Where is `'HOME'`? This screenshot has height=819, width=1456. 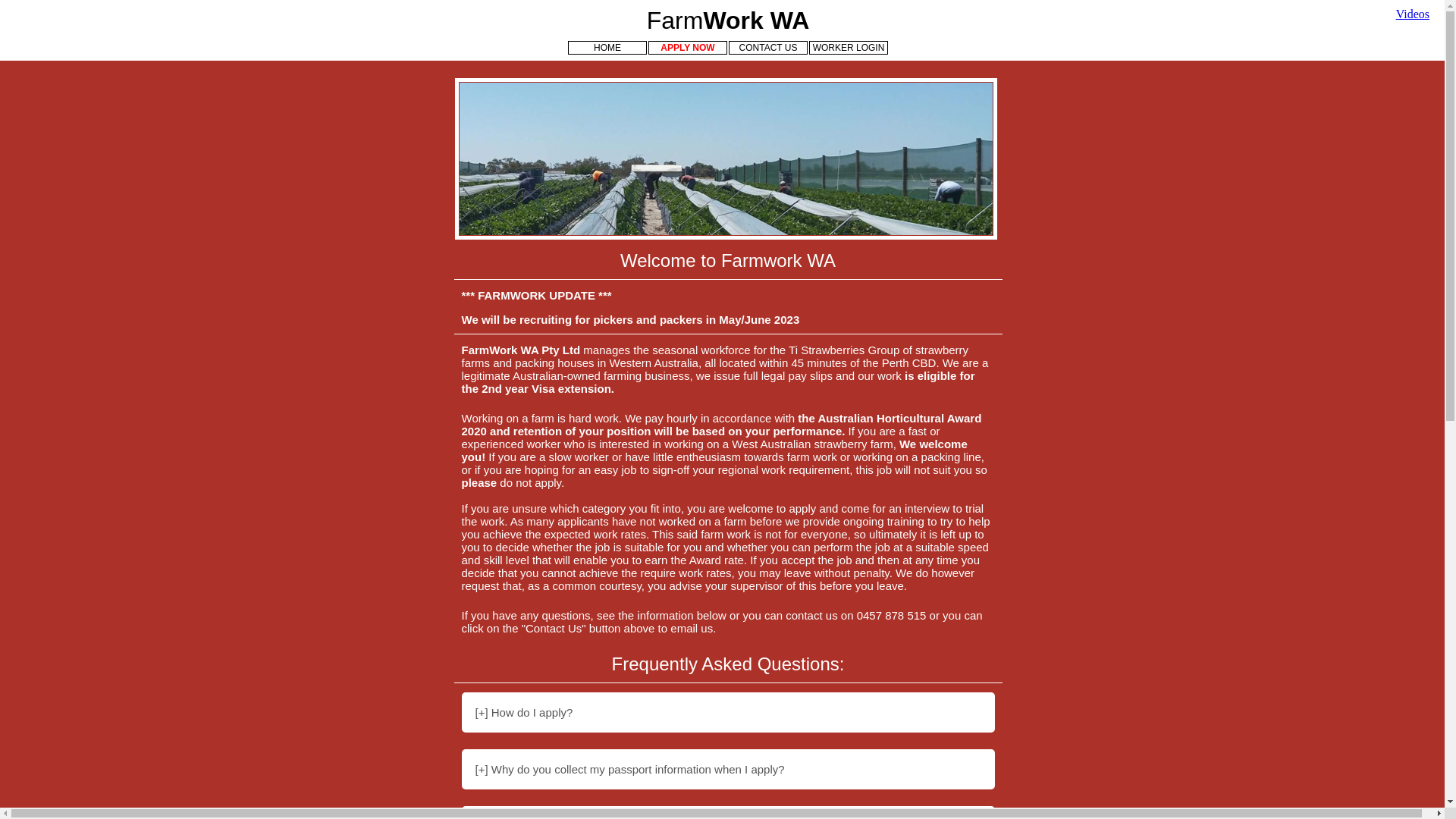
'HOME' is located at coordinates (607, 46).